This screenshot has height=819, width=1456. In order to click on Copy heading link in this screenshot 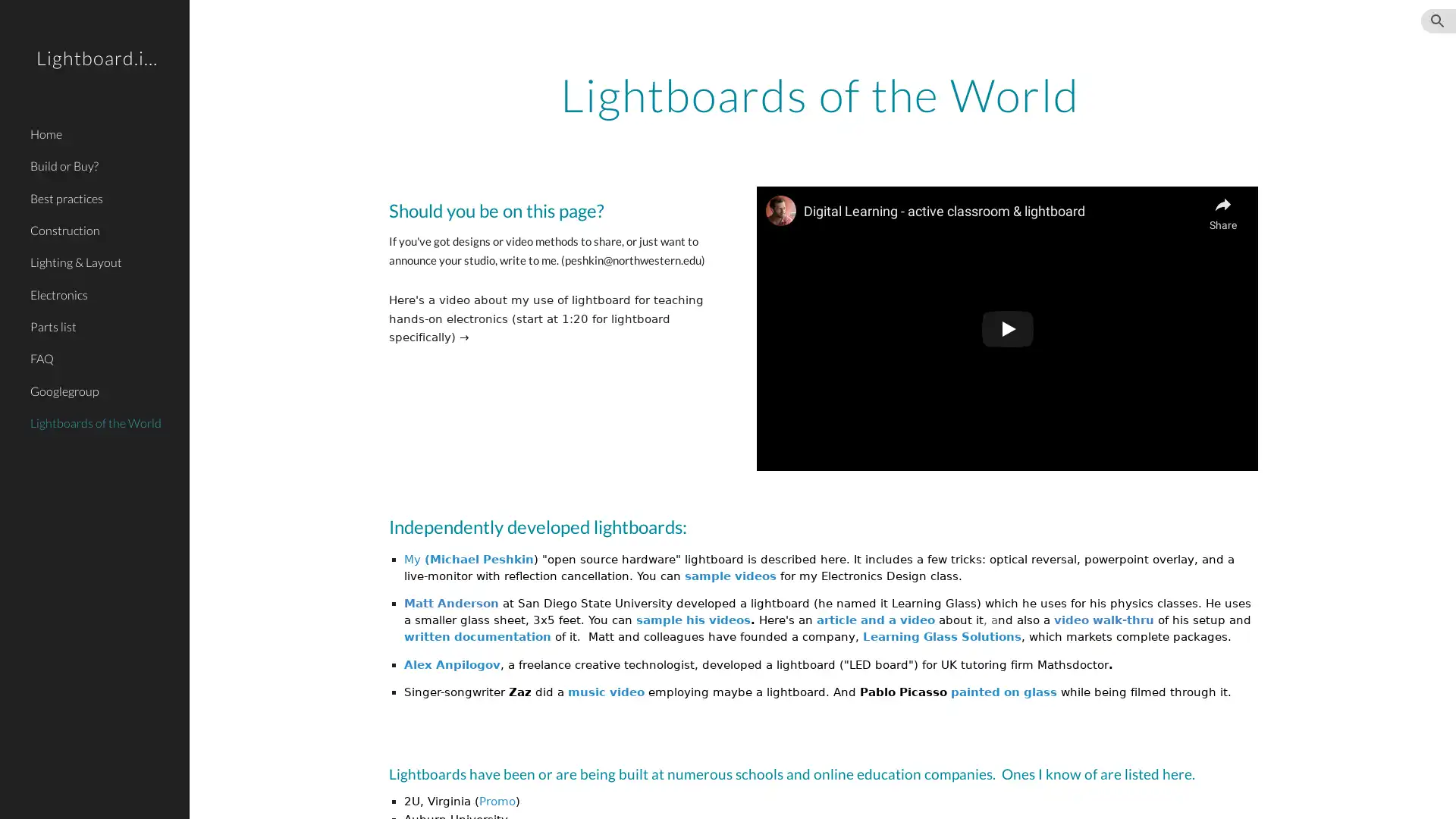, I will do `click(1219, 772)`.